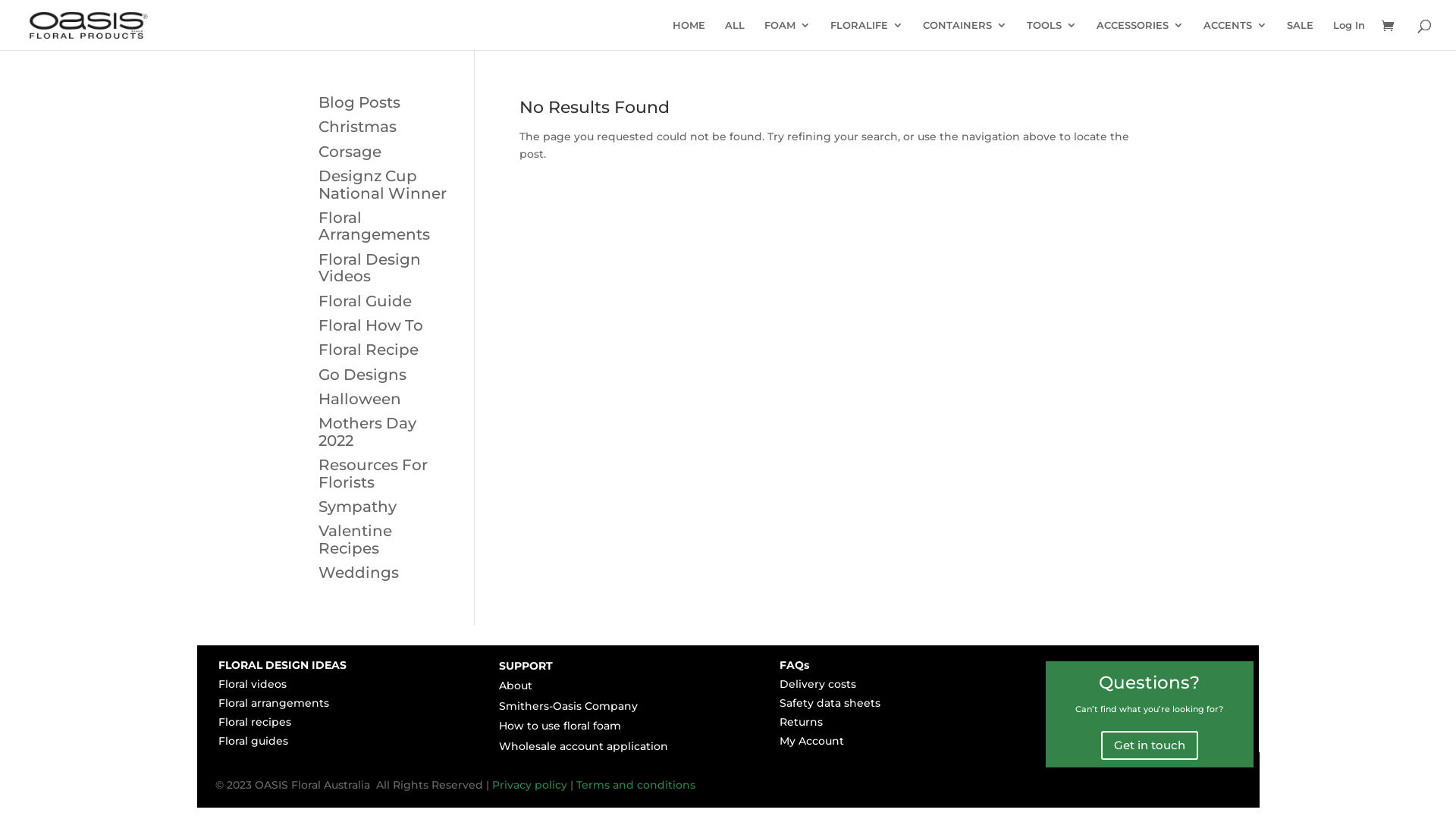 This screenshot has height=819, width=1456. I want to click on 'SALE', so click(1299, 34).